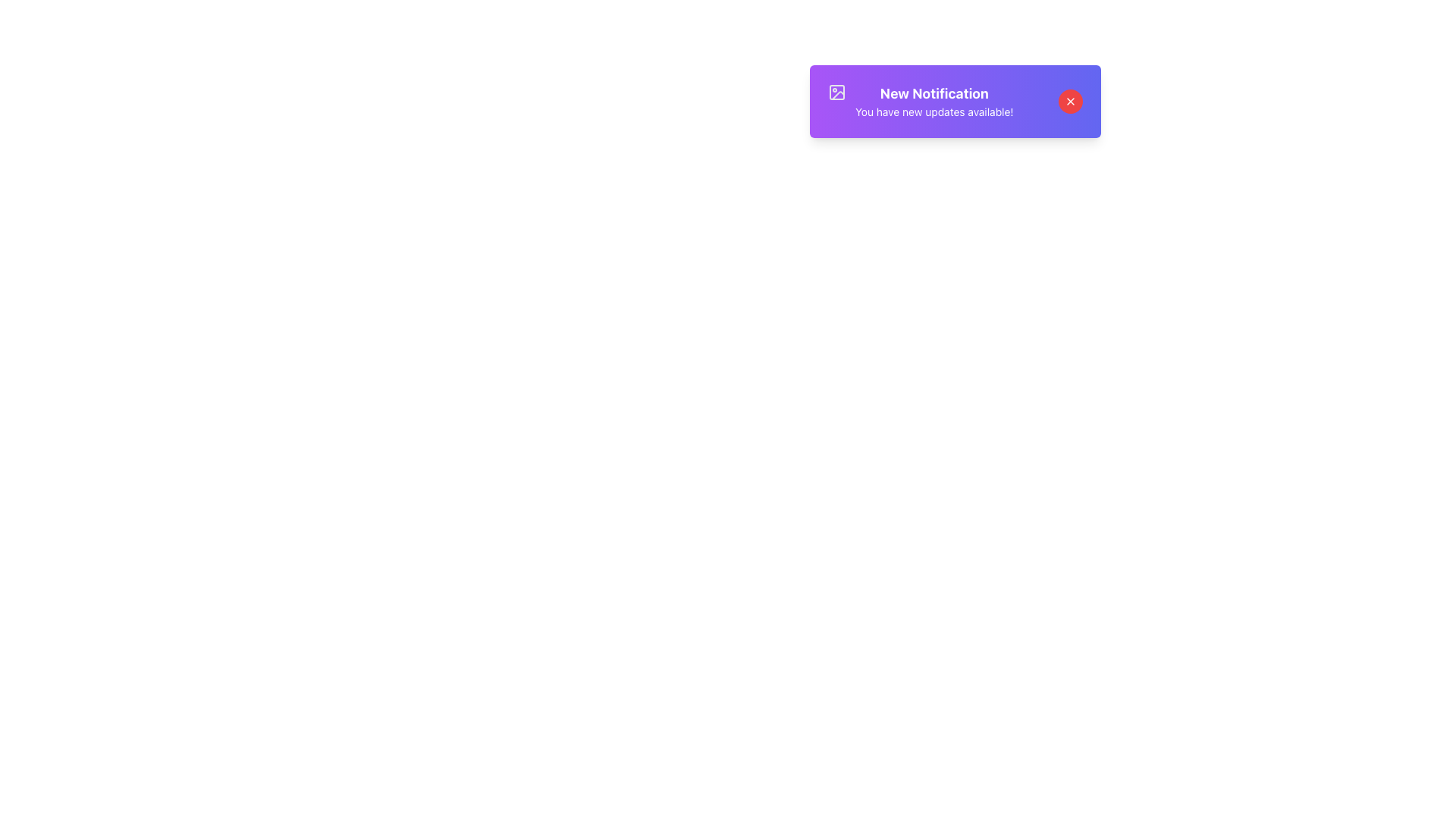 Image resolution: width=1456 pixels, height=819 pixels. I want to click on the circular red button with a white cross icon located on the far right of the notification bar for keyboard interaction, so click(1069, 102).